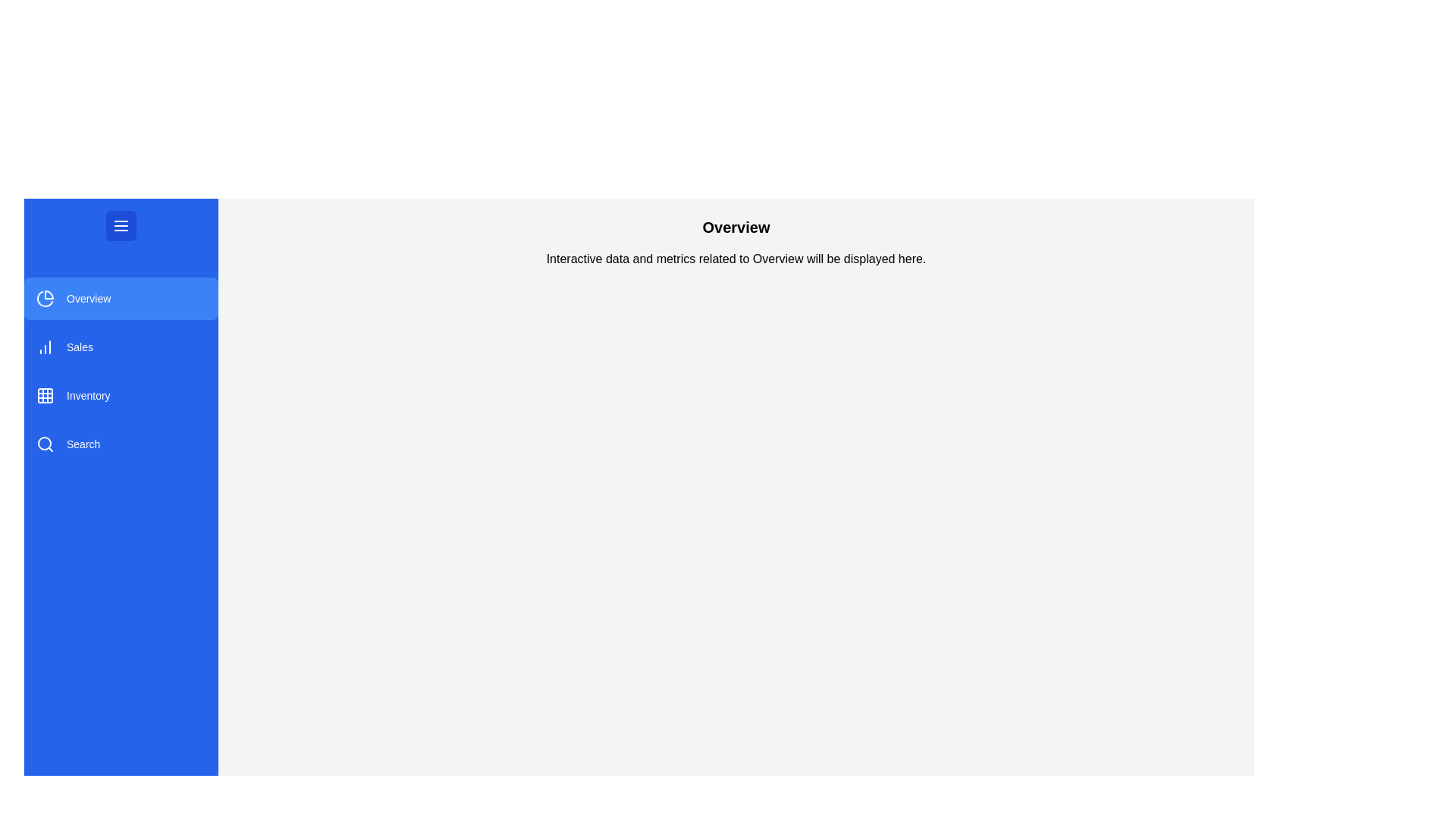 This screenshot has width=1456, height=819. I want to click on the module Sales from the sidebar menu, so click(120, 347).